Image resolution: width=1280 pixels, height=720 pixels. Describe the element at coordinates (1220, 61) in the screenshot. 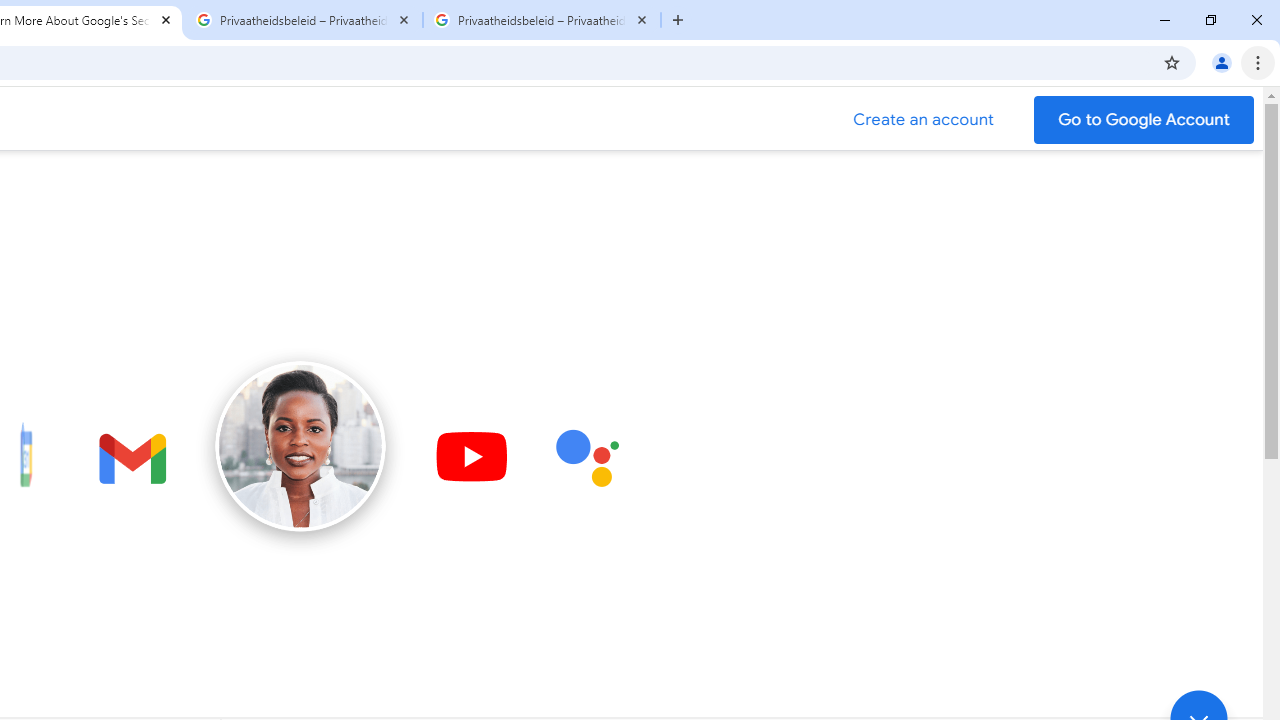

I see `'You'` at that location.